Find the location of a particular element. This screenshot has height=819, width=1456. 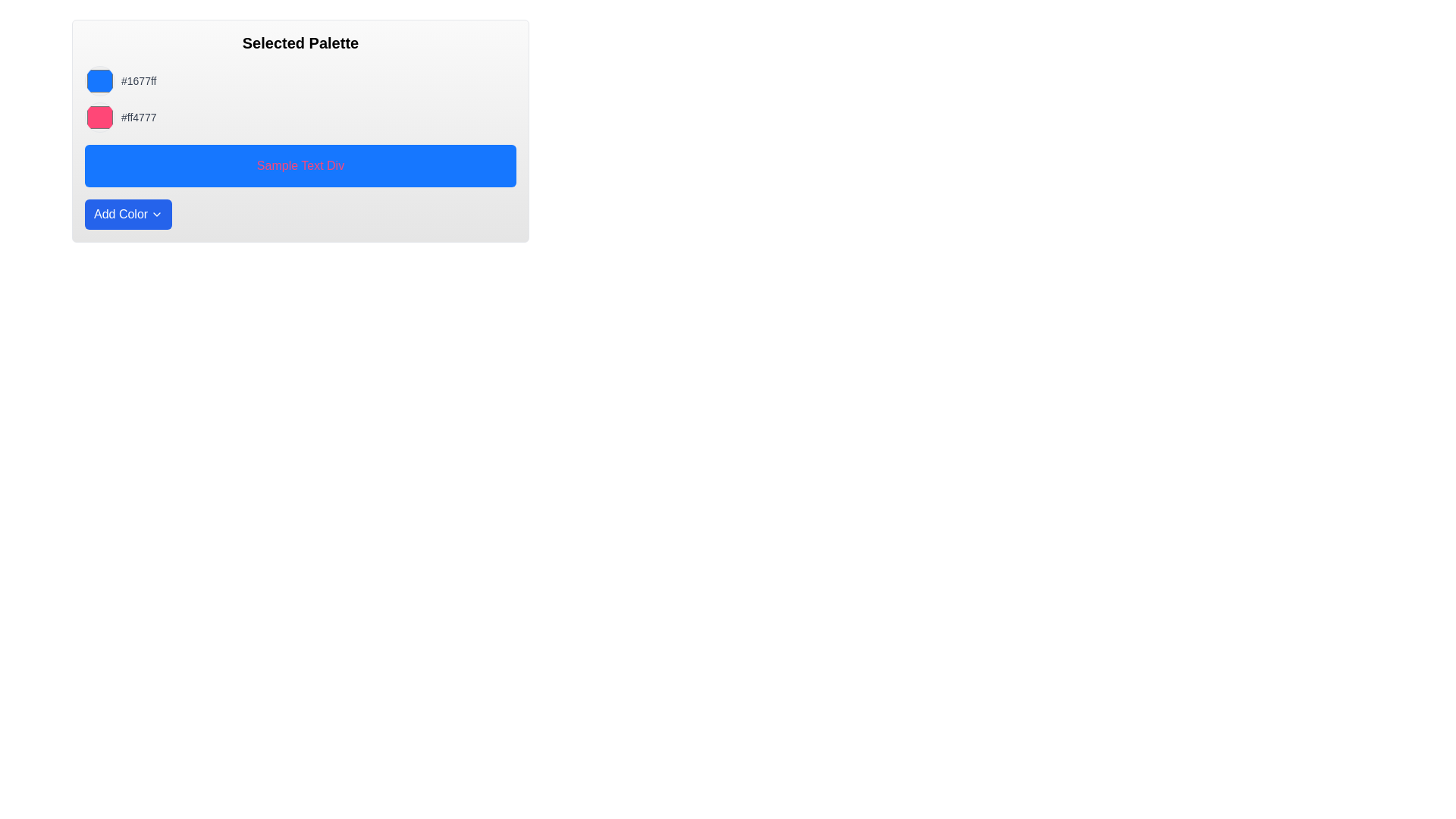

text content from the rectangular div with rounded corners, bright blue background, and vibrant pink text that displays 'Sample Text Div', located in the 'Selected Palette' section is located at coordinates (300, 166).